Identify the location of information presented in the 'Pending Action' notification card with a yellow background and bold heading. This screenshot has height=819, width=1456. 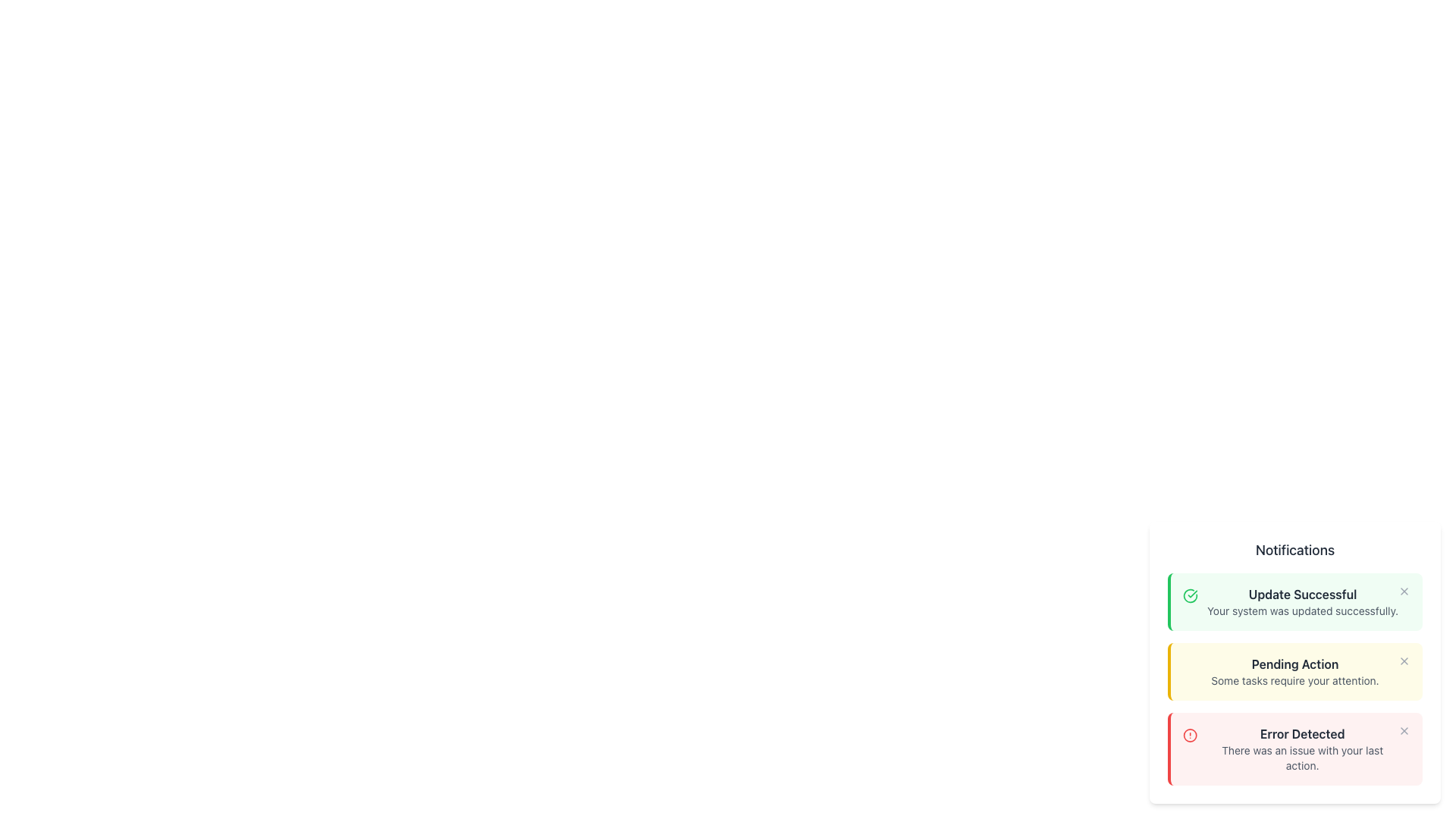
(1294, 678).